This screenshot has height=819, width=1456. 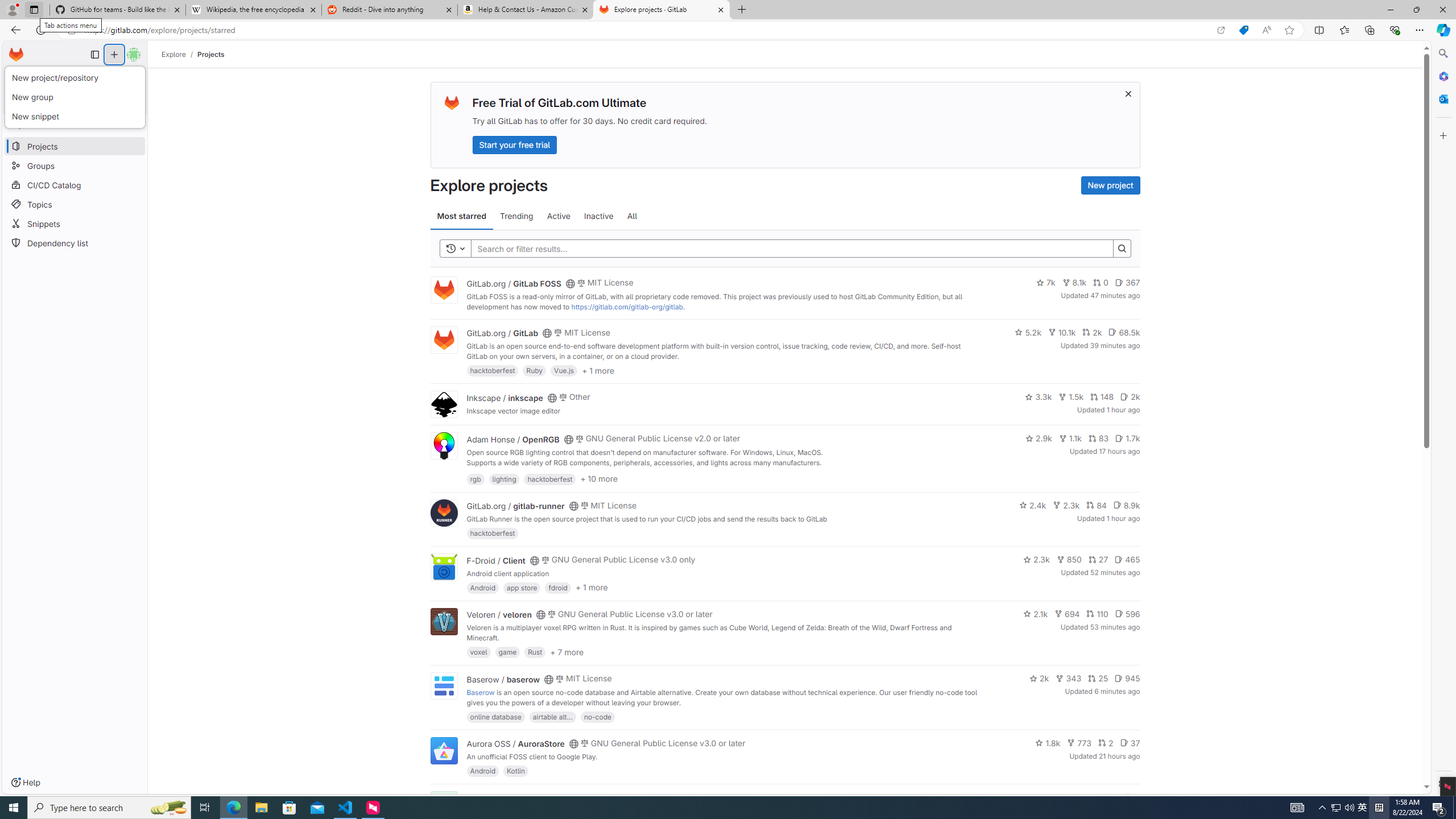 What do you see at coordinates (1048, 742) in the screenshot?
I see `'1.8k'` at bounding box center [1048, 742].